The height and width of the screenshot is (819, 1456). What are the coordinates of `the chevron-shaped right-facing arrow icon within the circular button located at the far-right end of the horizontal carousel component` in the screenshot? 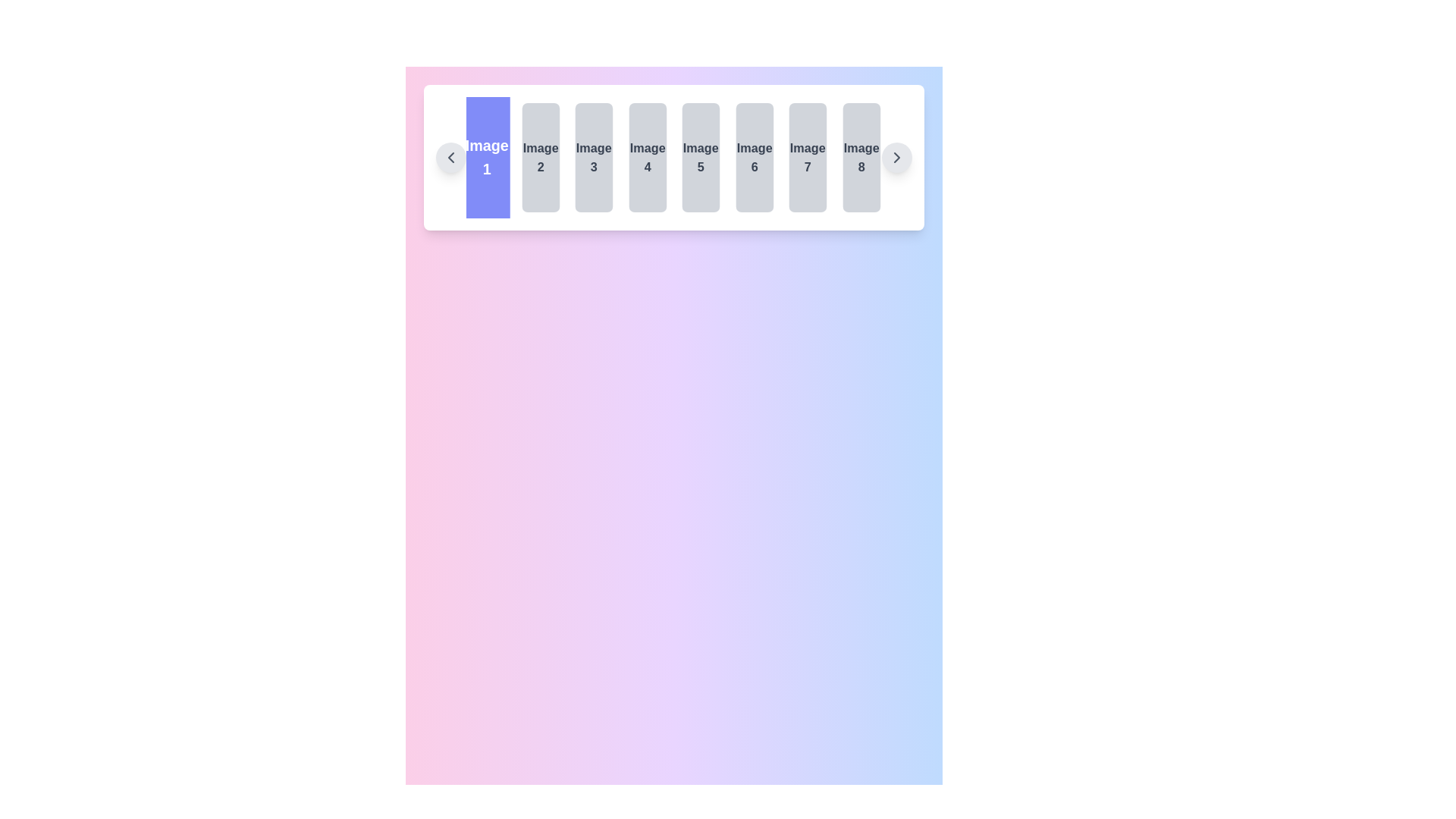 It's located at (896, 158).